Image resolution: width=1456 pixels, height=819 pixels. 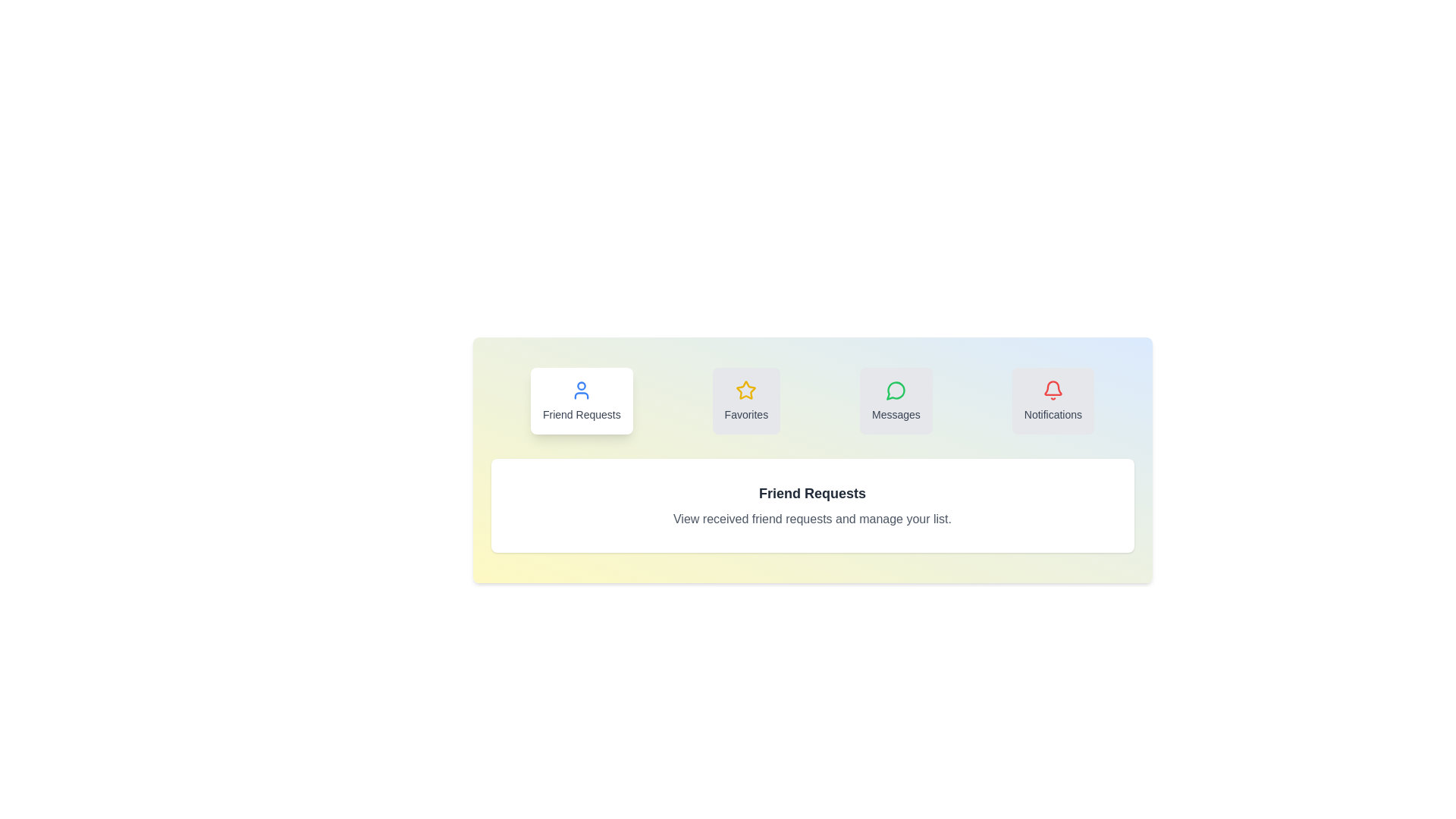 What do you see at coordinates (1052, 400) in the screenshot?
I see `the 'Notifications' tab` at bounding box center [1052, 400].